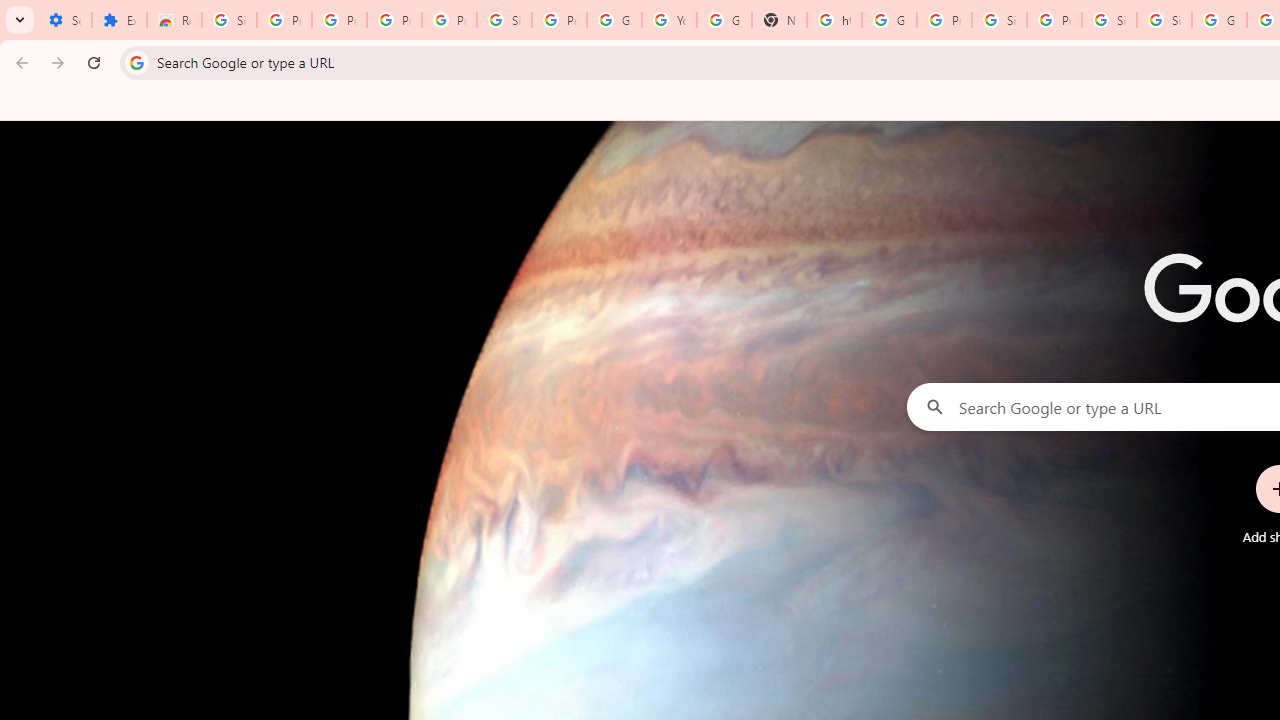  I want to click on 'New Tab', so click(778, 20).